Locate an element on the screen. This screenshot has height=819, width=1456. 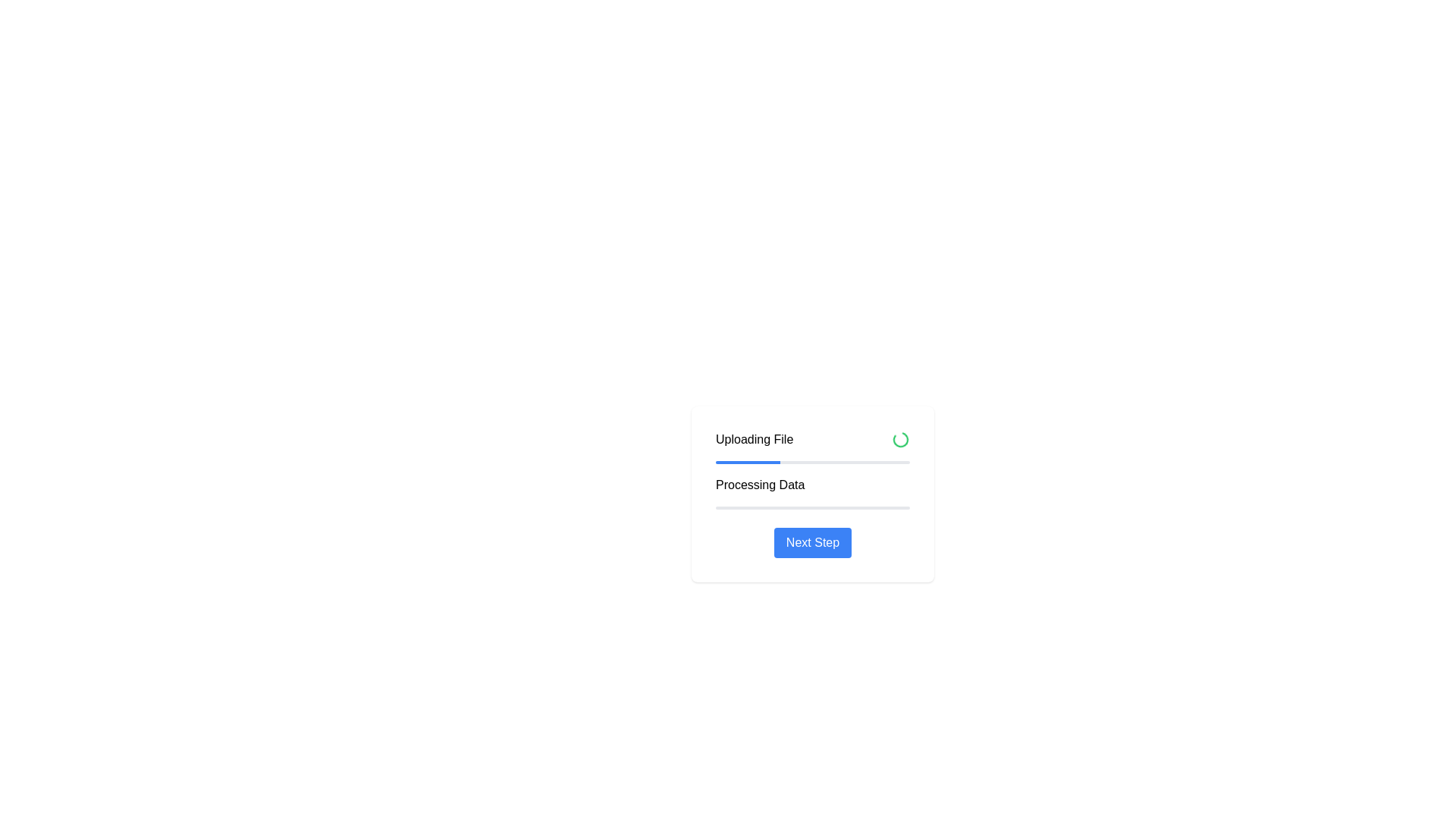
the progress bar is located at coordinates (771, 461).